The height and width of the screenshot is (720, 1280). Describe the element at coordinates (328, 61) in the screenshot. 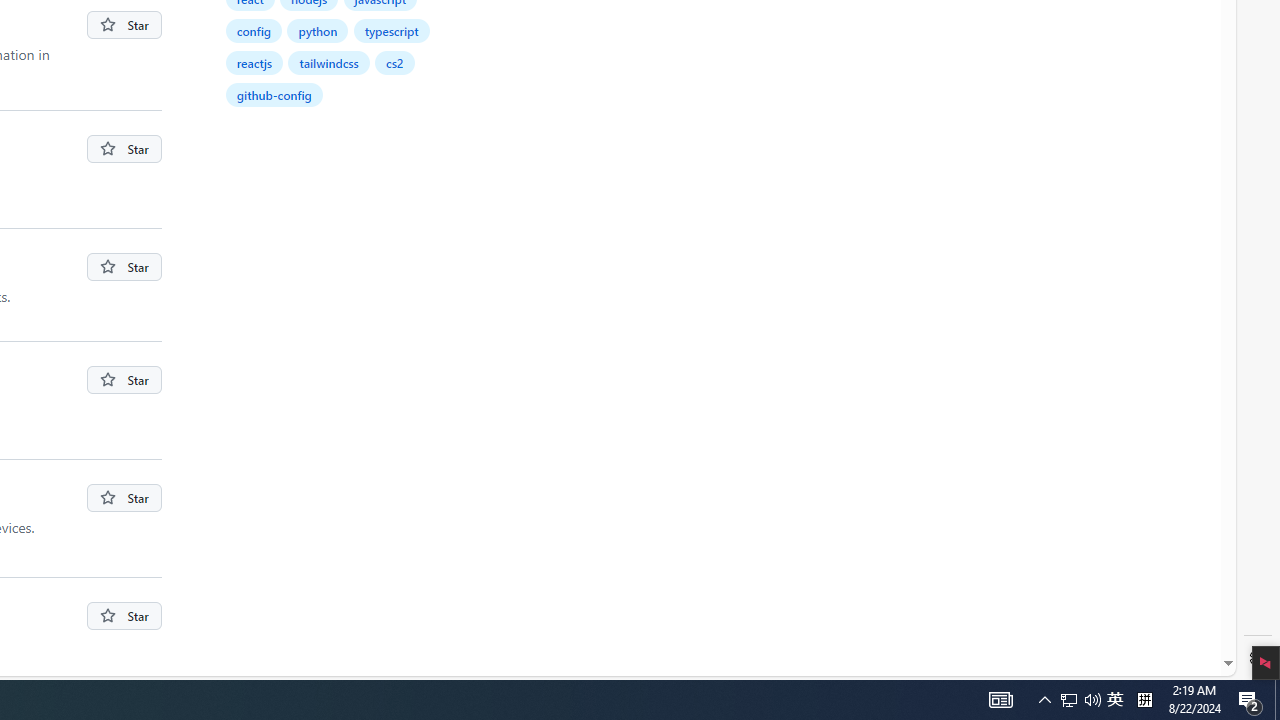

I see `'tailwindcss'` at that location.